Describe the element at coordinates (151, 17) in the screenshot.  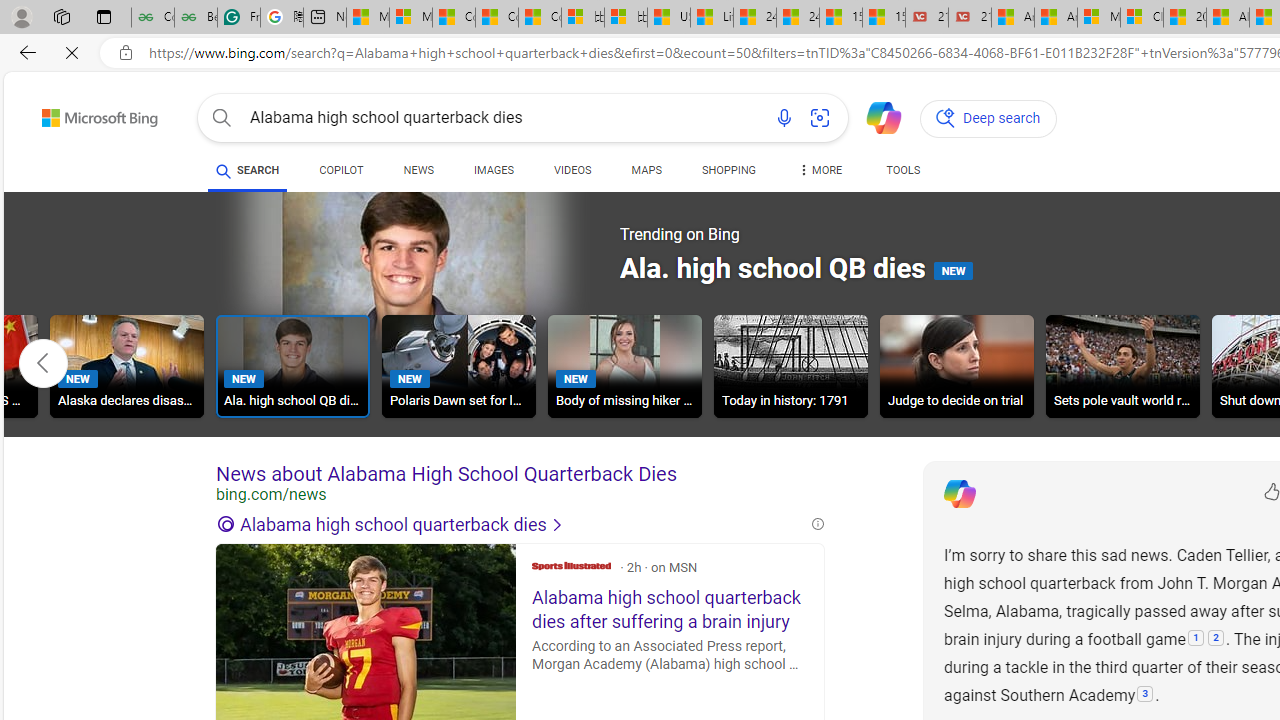
I see `'Complete Guide to Arrays Data Structure - GeeksforGeeks'` at that location.